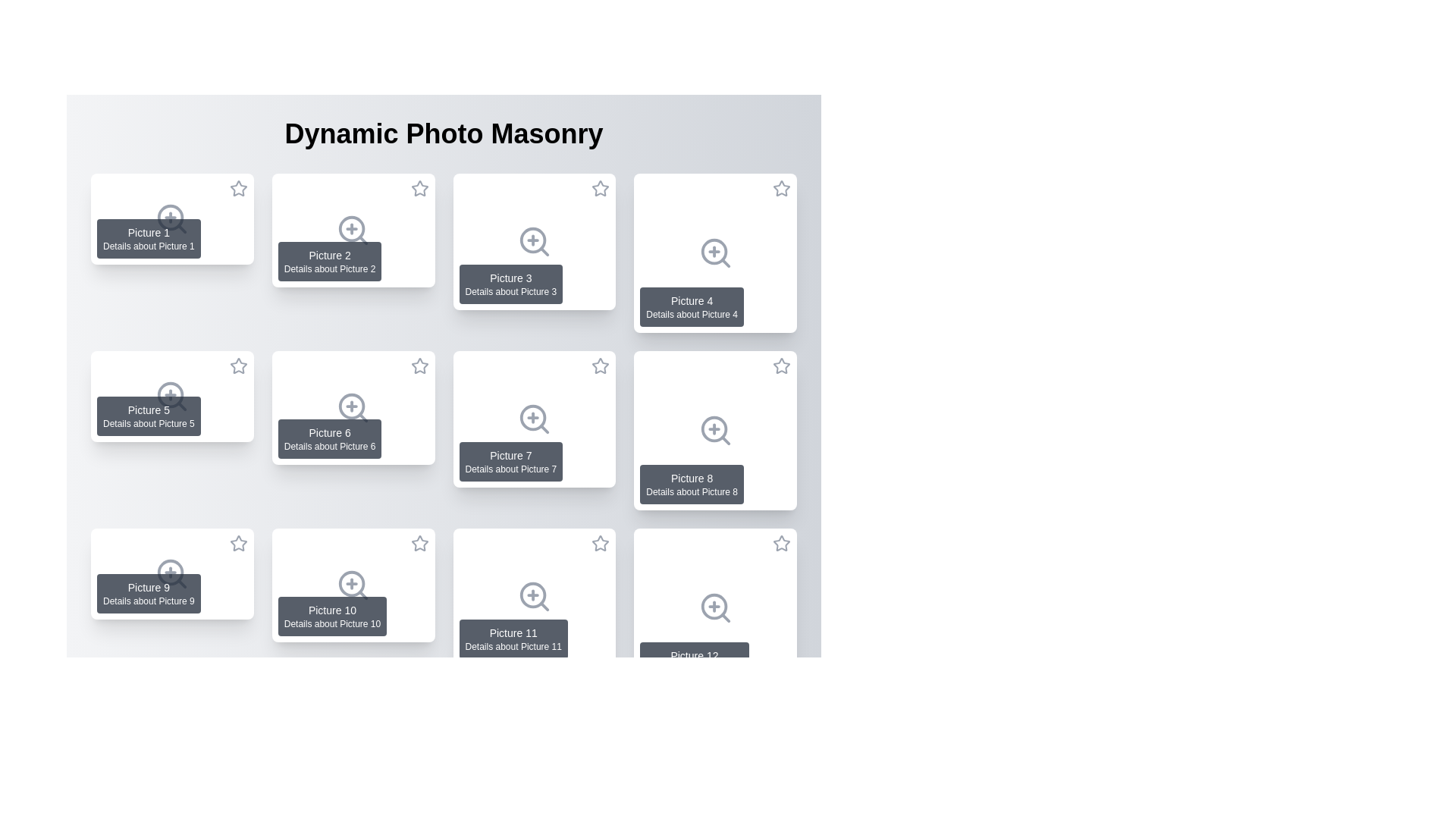  I want to click on the informational Text label located at the bottom section of the card labeled 'Picture 2', which provides supplementary information about the associated picture above it, so click(329, 268).